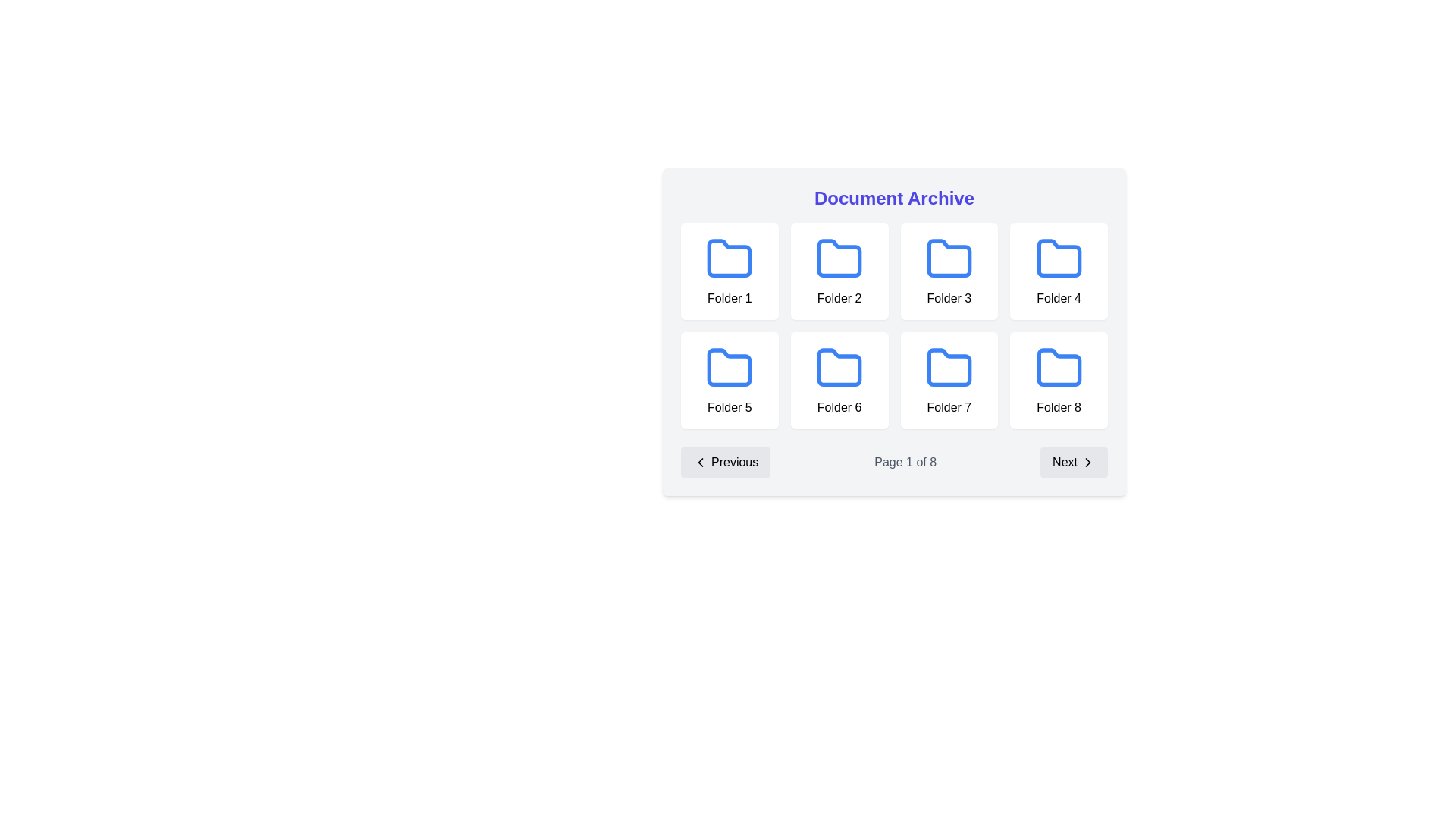 The image size is (1456, 819). What do you see at coordinates (948, 379) in the screenshot?
I see `the 'Folder 7' element, which is a folder icon with a blue outline located in the 'Document Archive' grid, specifically in the bottom row, third column from the left` at bounding box center [948, 379].